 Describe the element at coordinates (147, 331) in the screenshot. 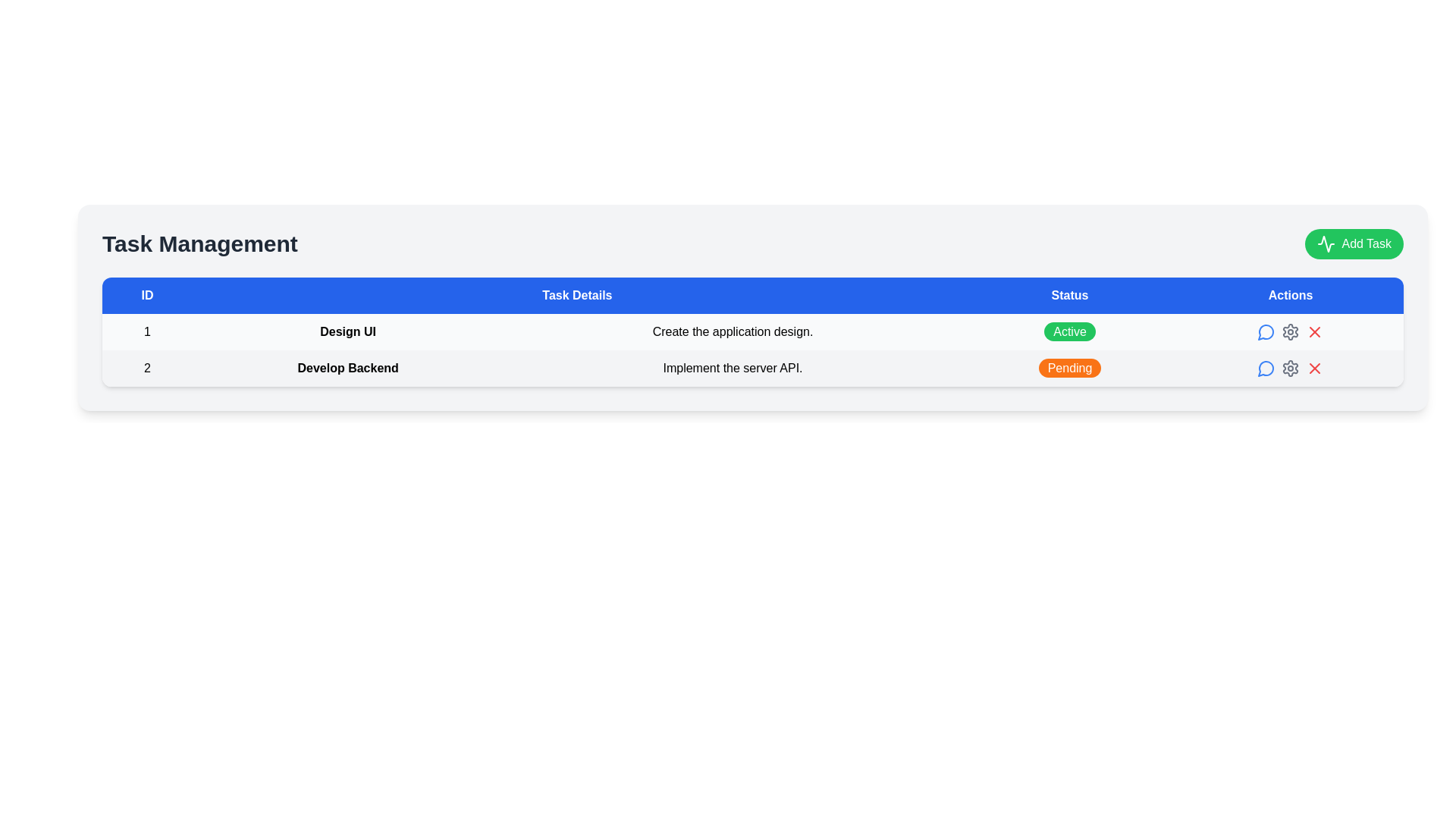

I see `the number '1' displayed in bold font within the leftmost column of the first row of the task management table, under the 'ID' column header` at that location.